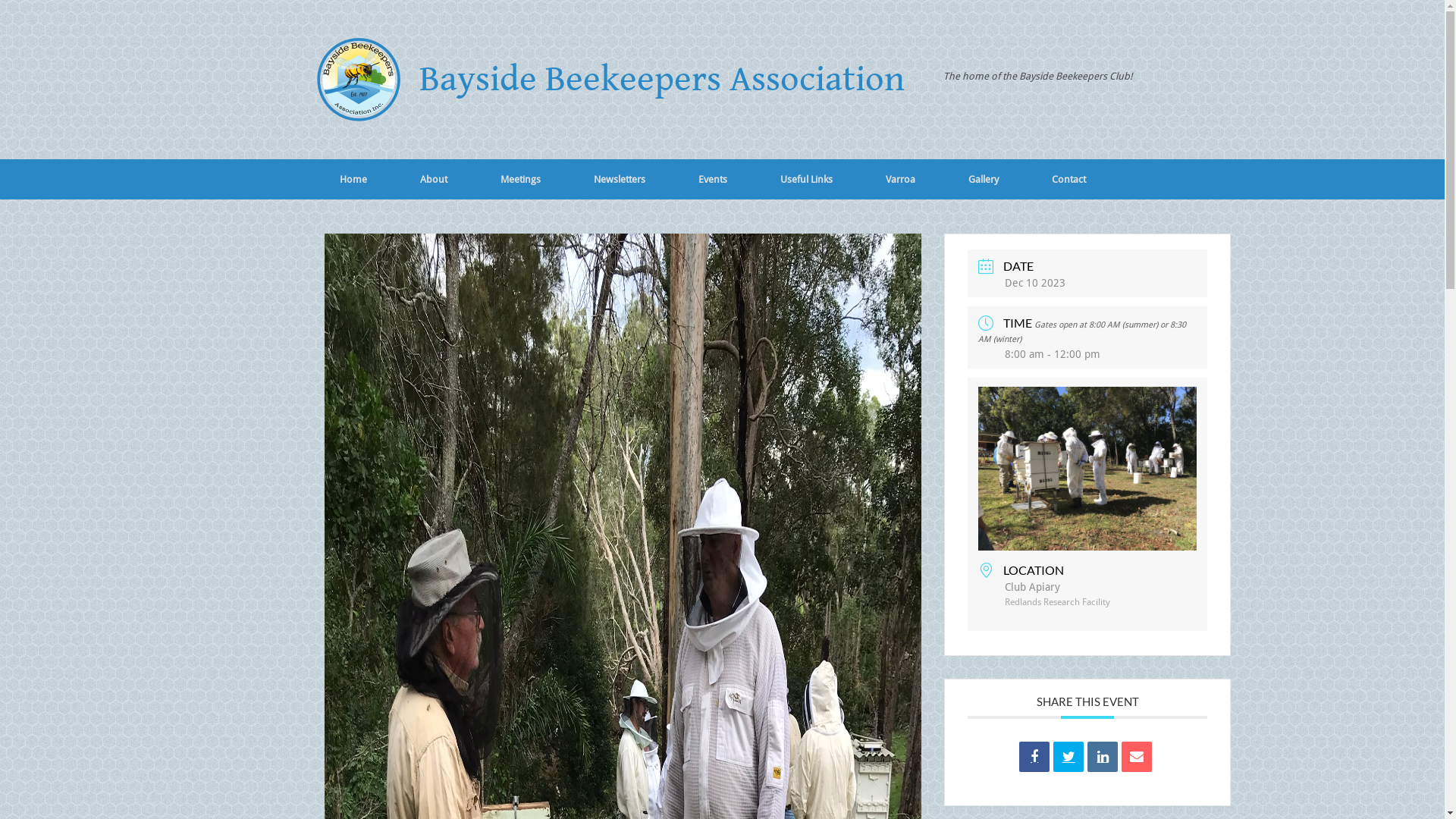 The image size is (1456, 819). Describe the element at coordinates (805, 178) in the screenshot. I see `'Useful Links'` at that location.